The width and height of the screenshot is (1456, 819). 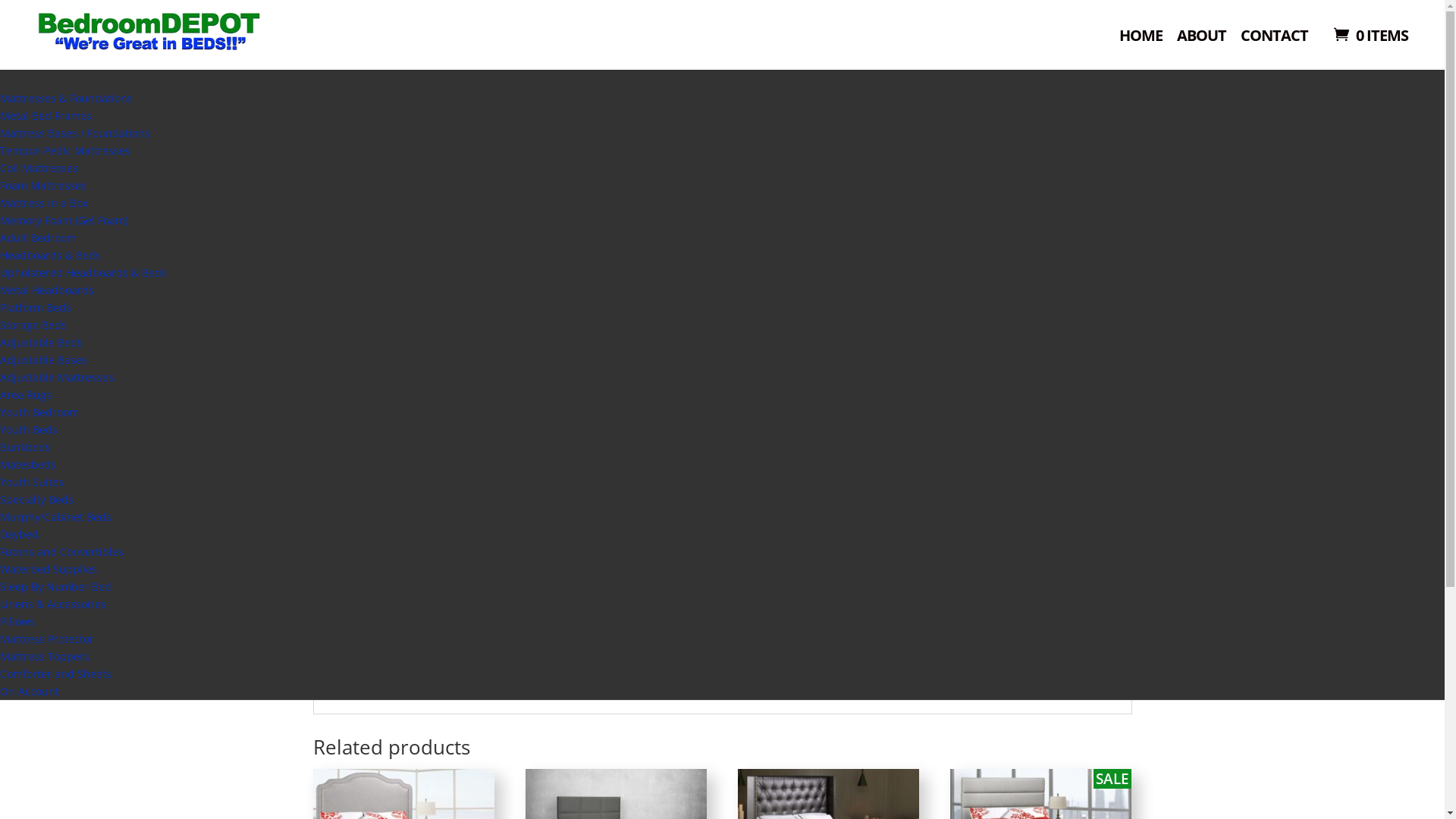 What do you see at coordinates (1369, 34) in the screenshot?
I see `'0 ITEMS'` at bounding box center [1369, 34].